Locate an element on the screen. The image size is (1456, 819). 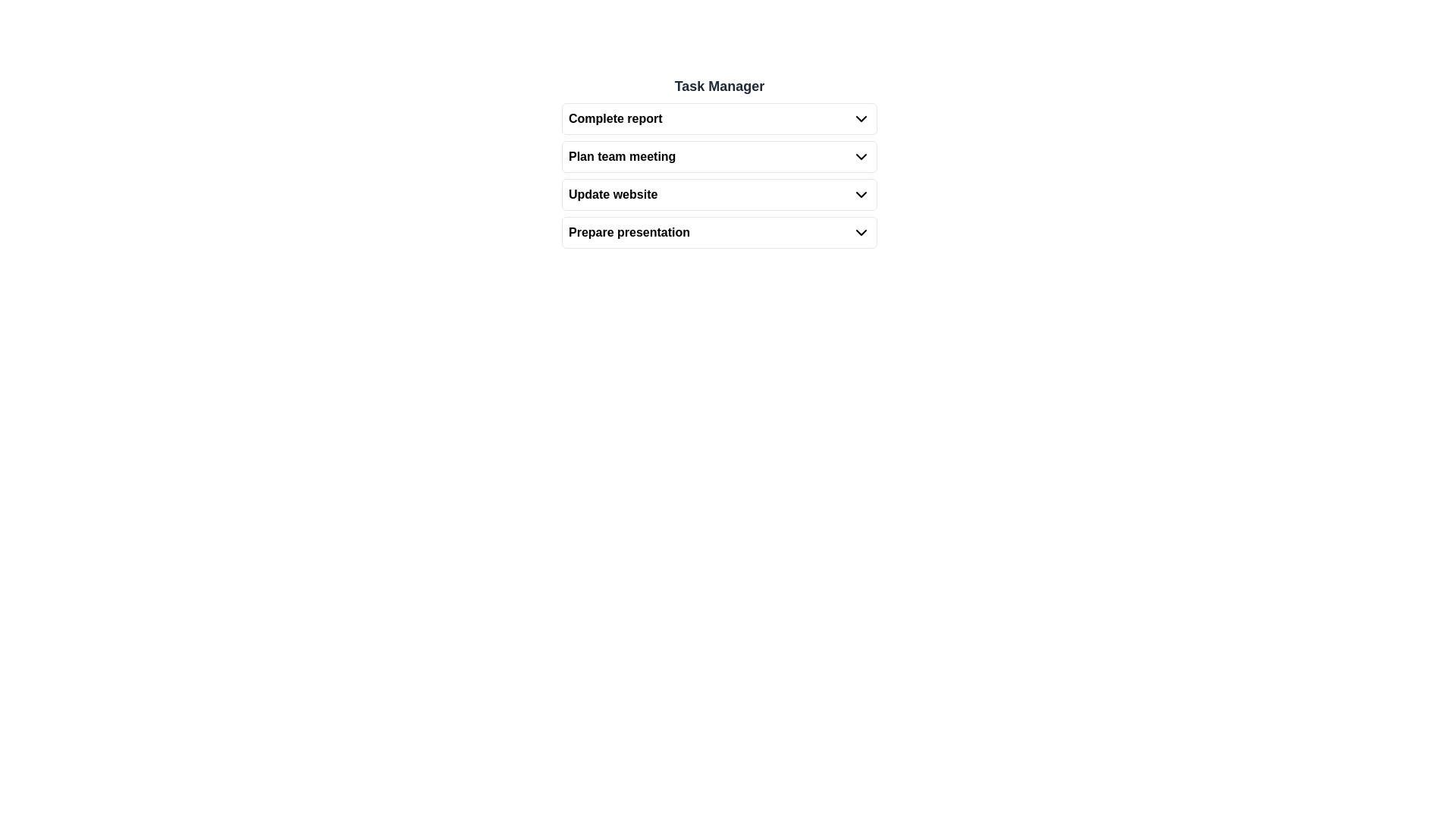
the fourth item in the dropdown menu, which is positioned below the 'Update website' option is located at coordinates (719, 233).